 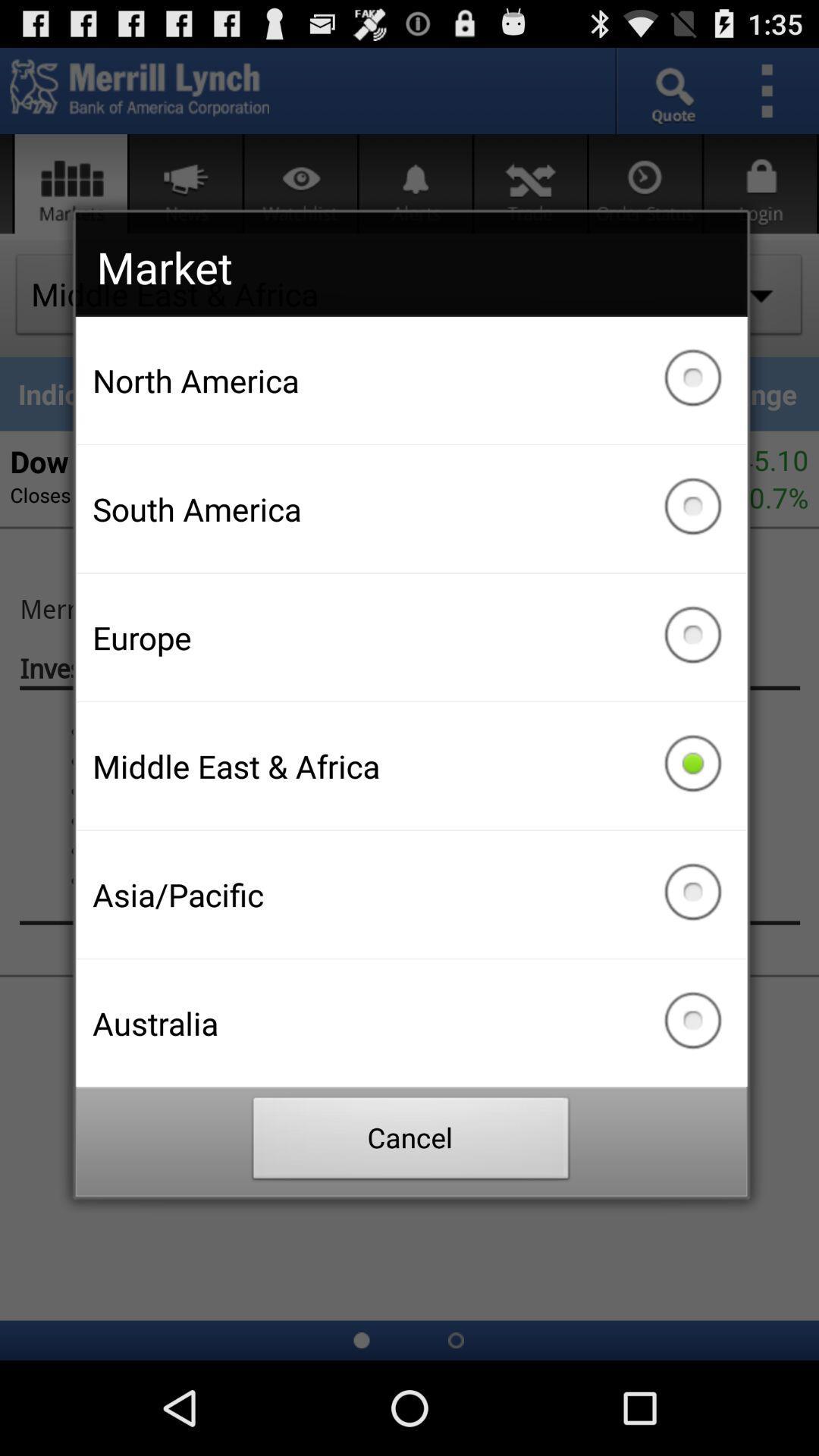 I want to click on cancel, so click(x=411, y=1142).